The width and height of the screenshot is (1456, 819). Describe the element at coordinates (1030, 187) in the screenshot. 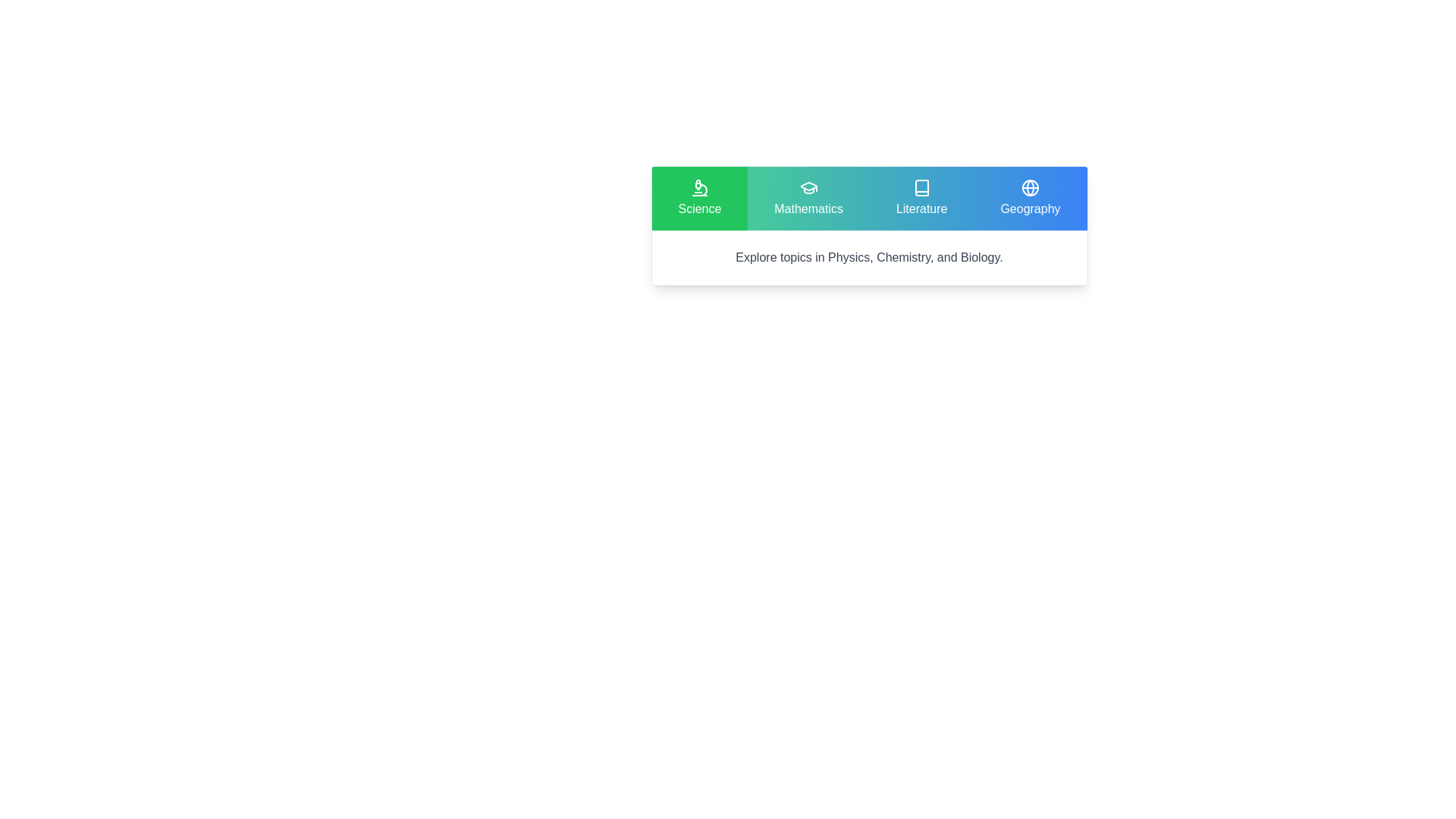

I see `the Geography category icon located on the far right of the subject list, which includes Science, Mathematics, and Literature` at that location.